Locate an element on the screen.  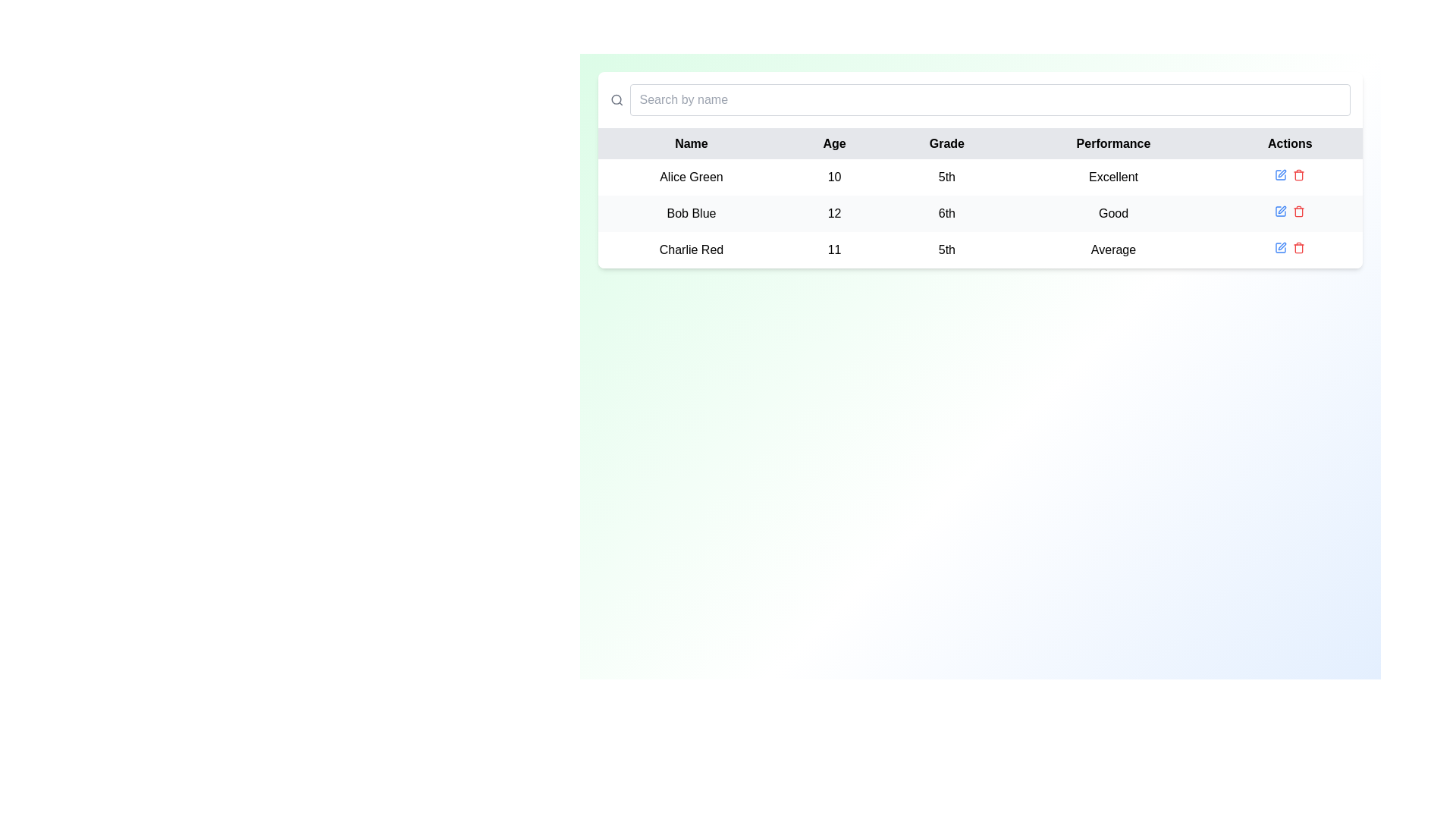
and understand the text label displaying '6th' under the 'Grade' column for the row associated with 'Bob Blue' is located at coordinates (946, 213).